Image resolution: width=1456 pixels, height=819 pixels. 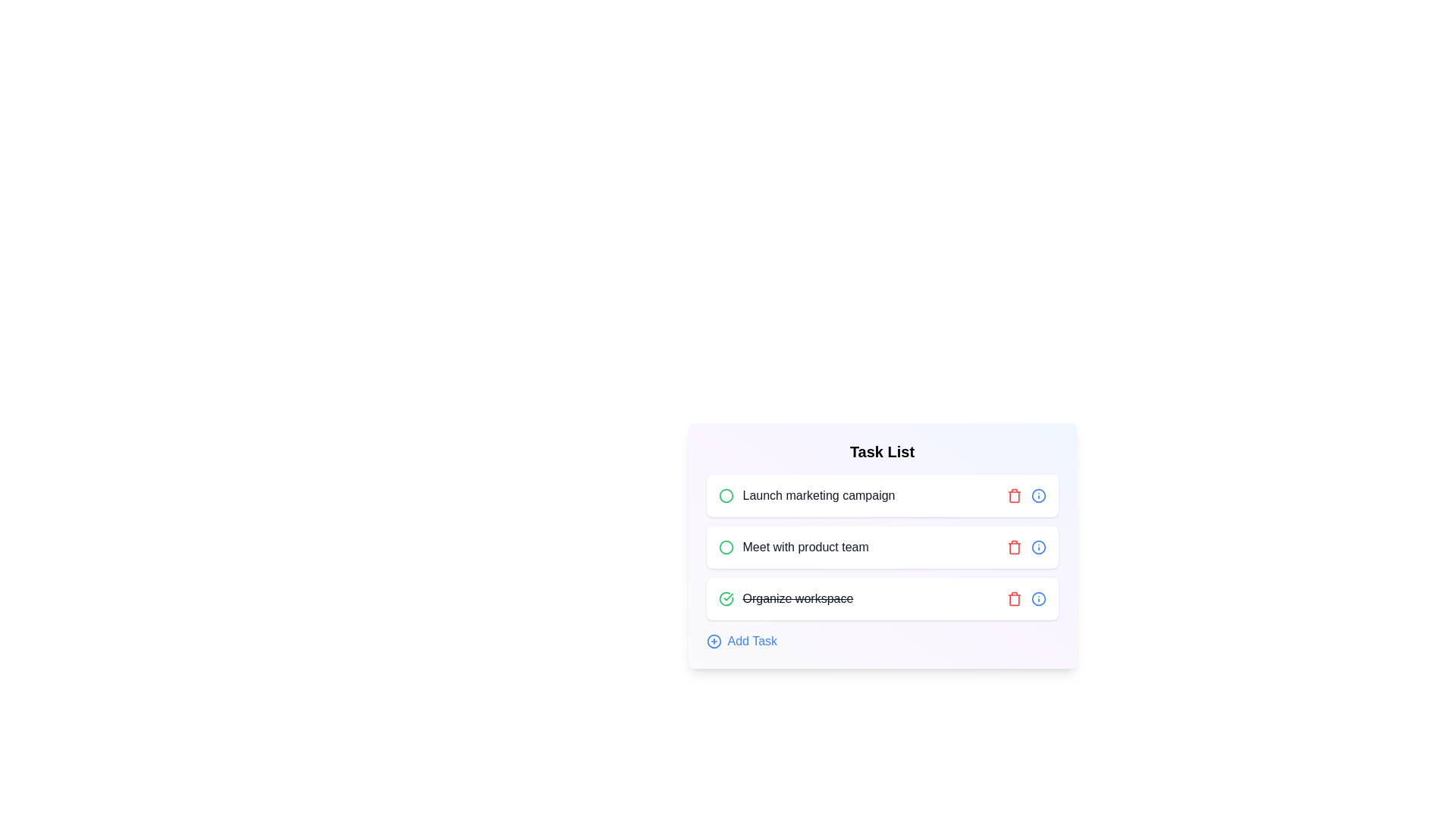 What do you see at coordinates (1037, 496) in the screenshot?
I see `the info button for the task named Launch marketing campaign` at bounding box center [1037, 496].